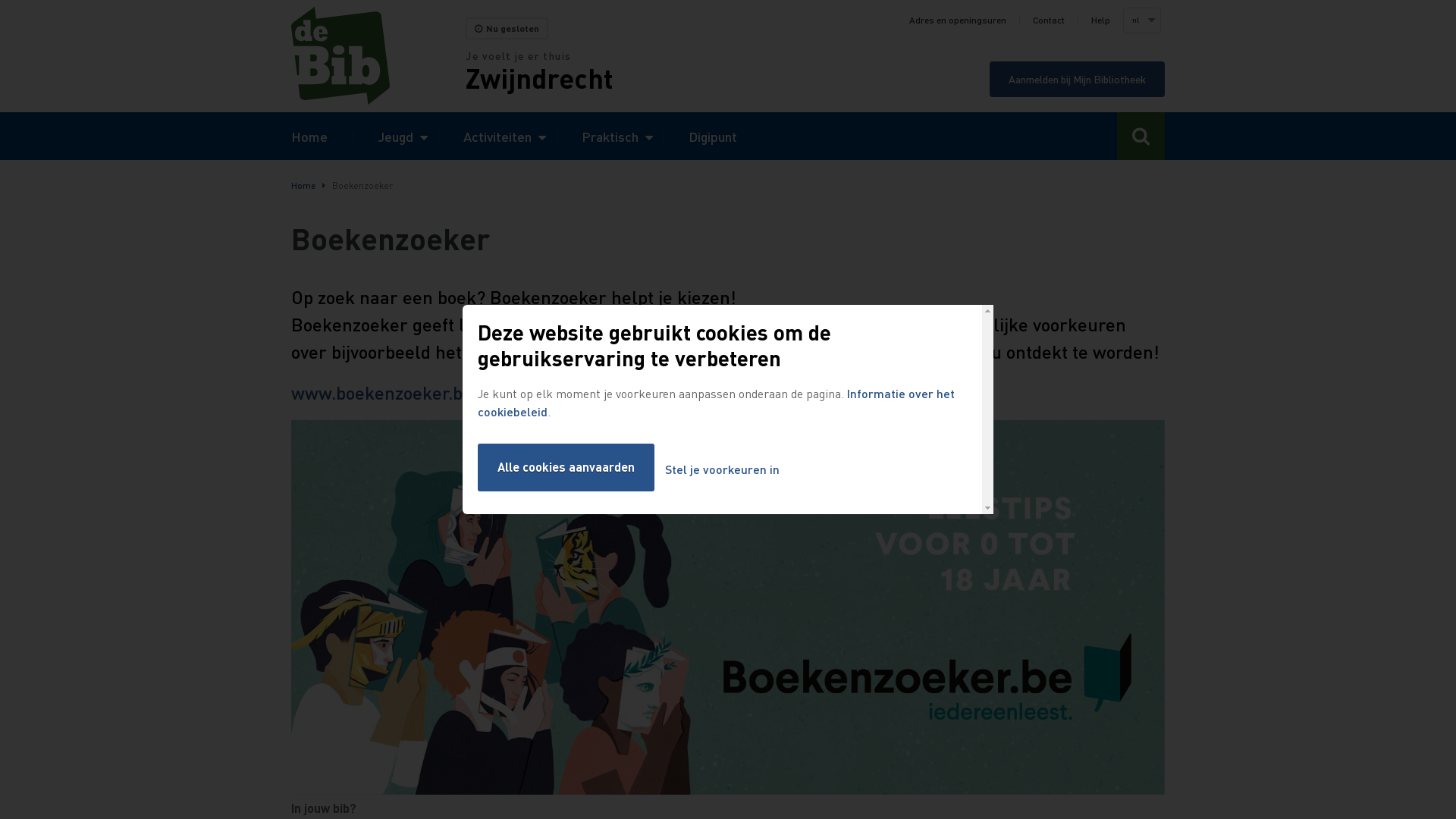 The image size is (1456, 819). I want to click on 'Contact', so click(1047, 20).